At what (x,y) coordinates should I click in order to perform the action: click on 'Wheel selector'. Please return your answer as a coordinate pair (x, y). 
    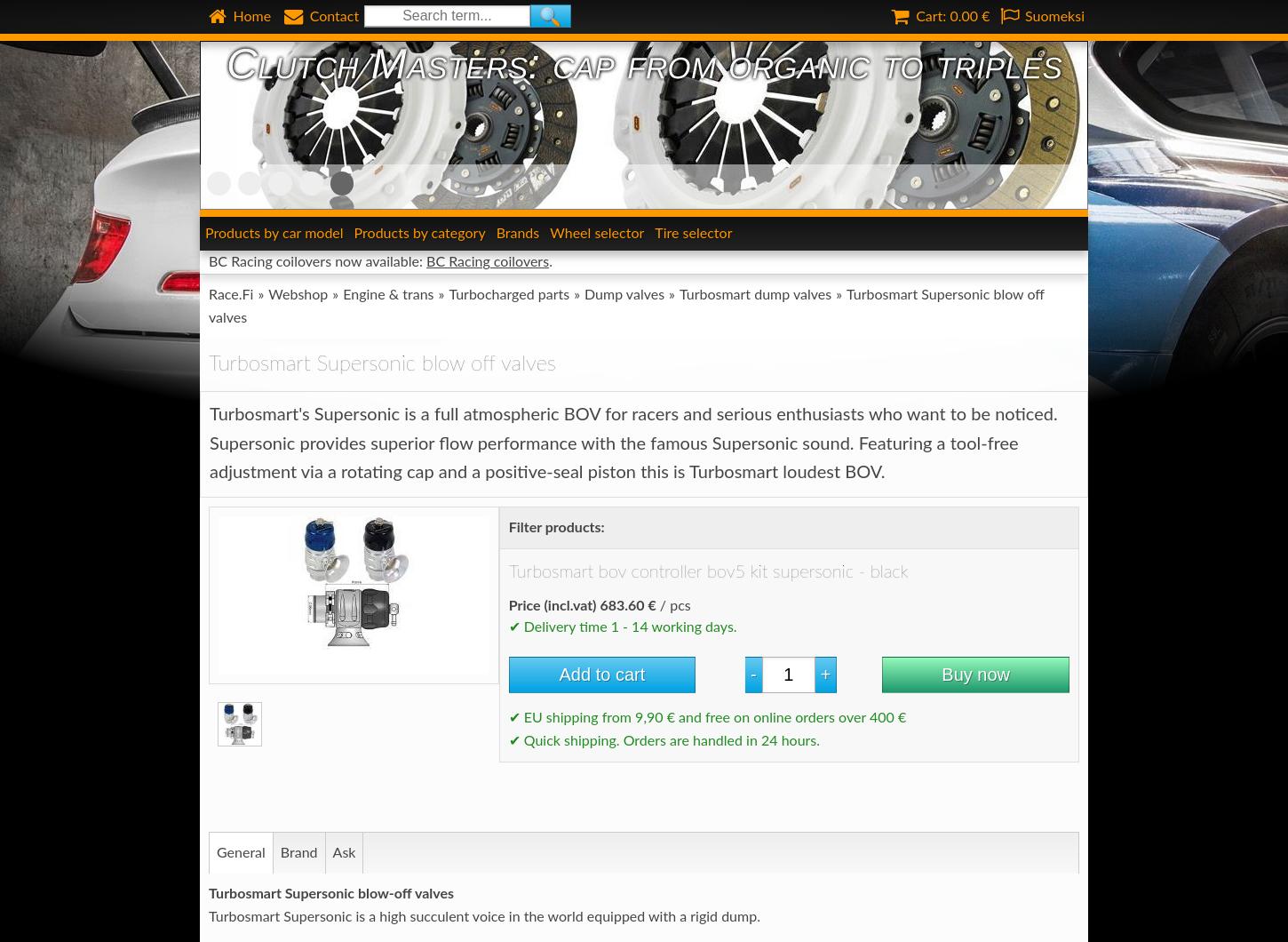
    Looking at the image, I should click on (595, 232).